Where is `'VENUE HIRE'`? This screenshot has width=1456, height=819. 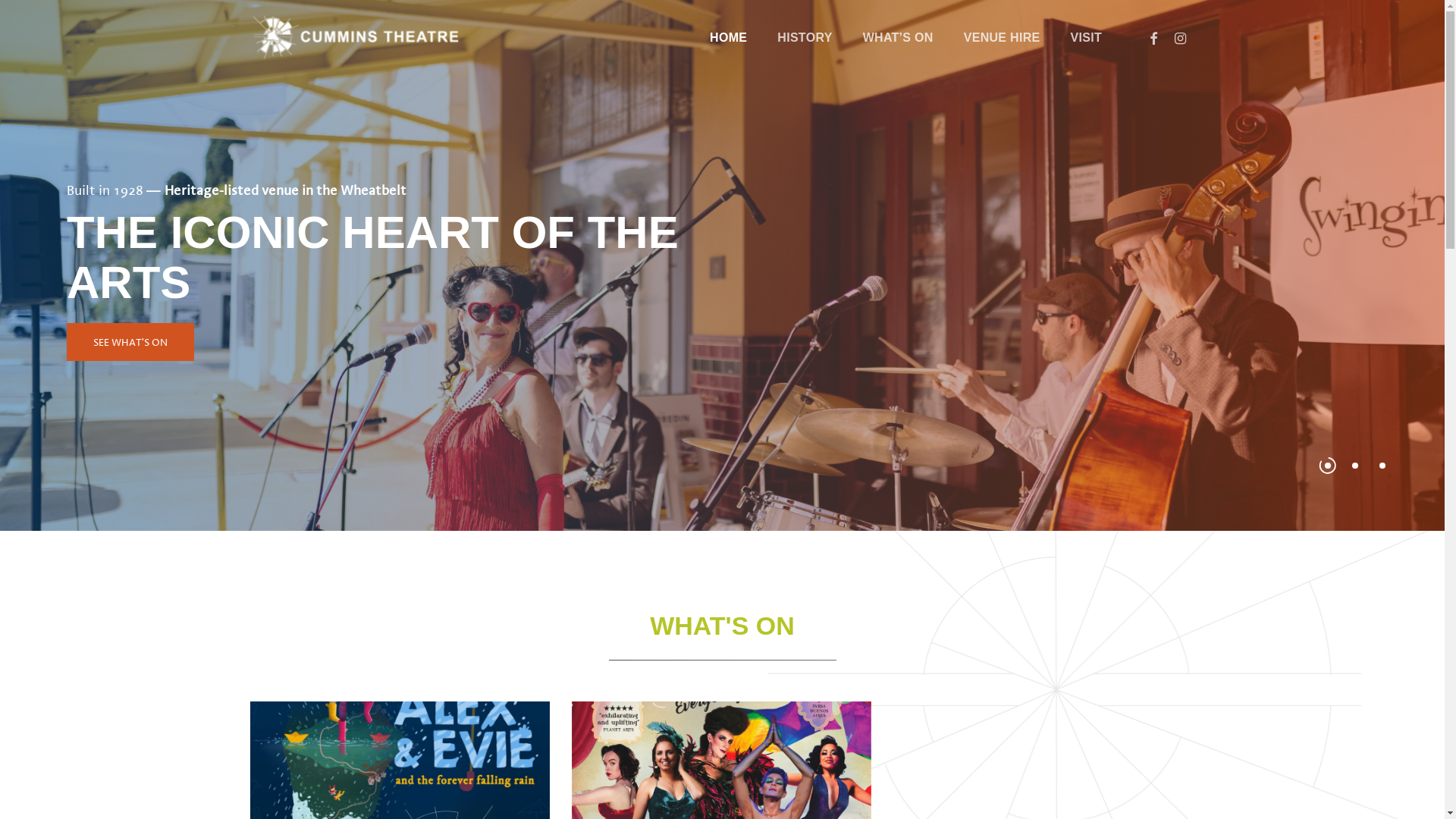 'VENUE HIRE' is located at coordinates (948, 37).